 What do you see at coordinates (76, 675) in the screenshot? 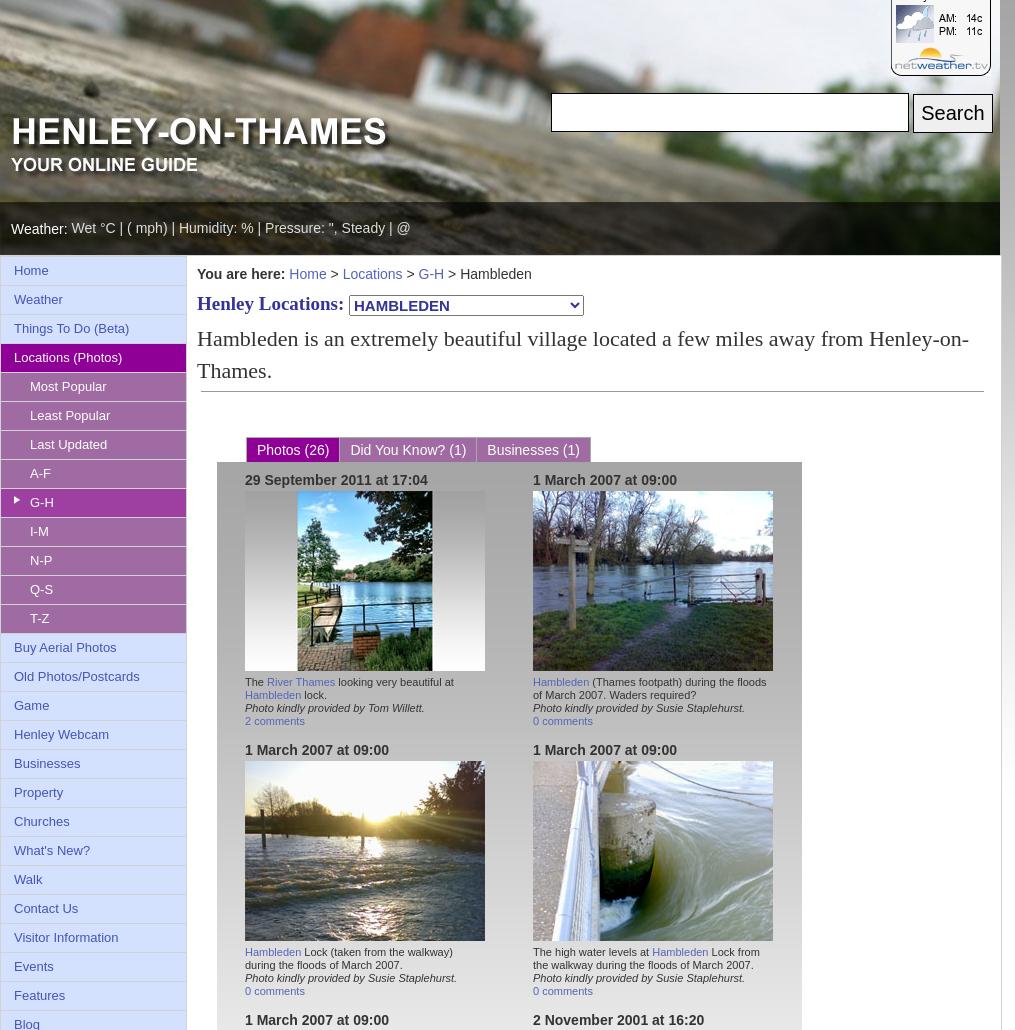
I see `'Old Photos/Postcards'` at bounding box center [76, 675].